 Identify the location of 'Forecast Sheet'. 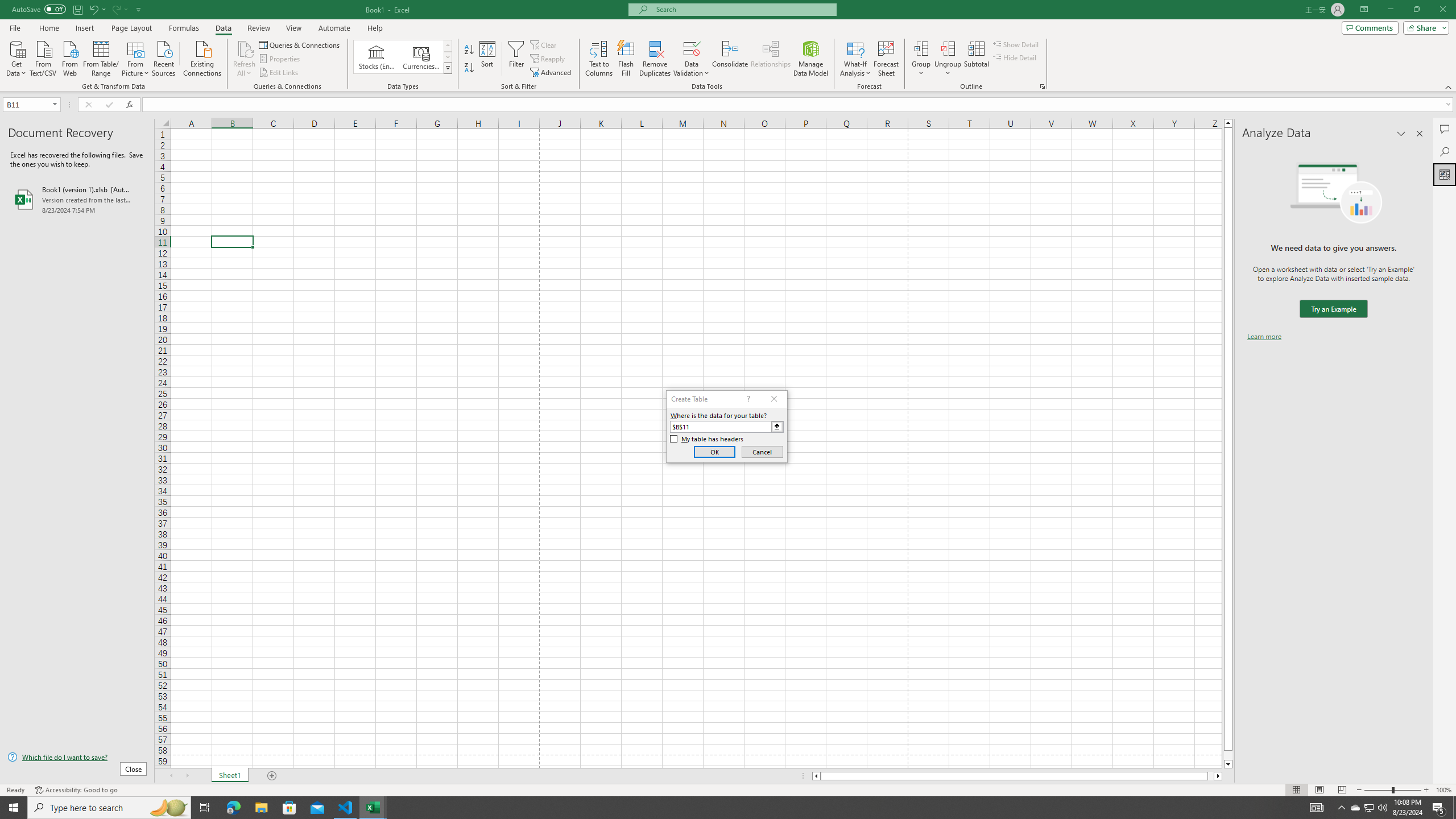
(886, 59).